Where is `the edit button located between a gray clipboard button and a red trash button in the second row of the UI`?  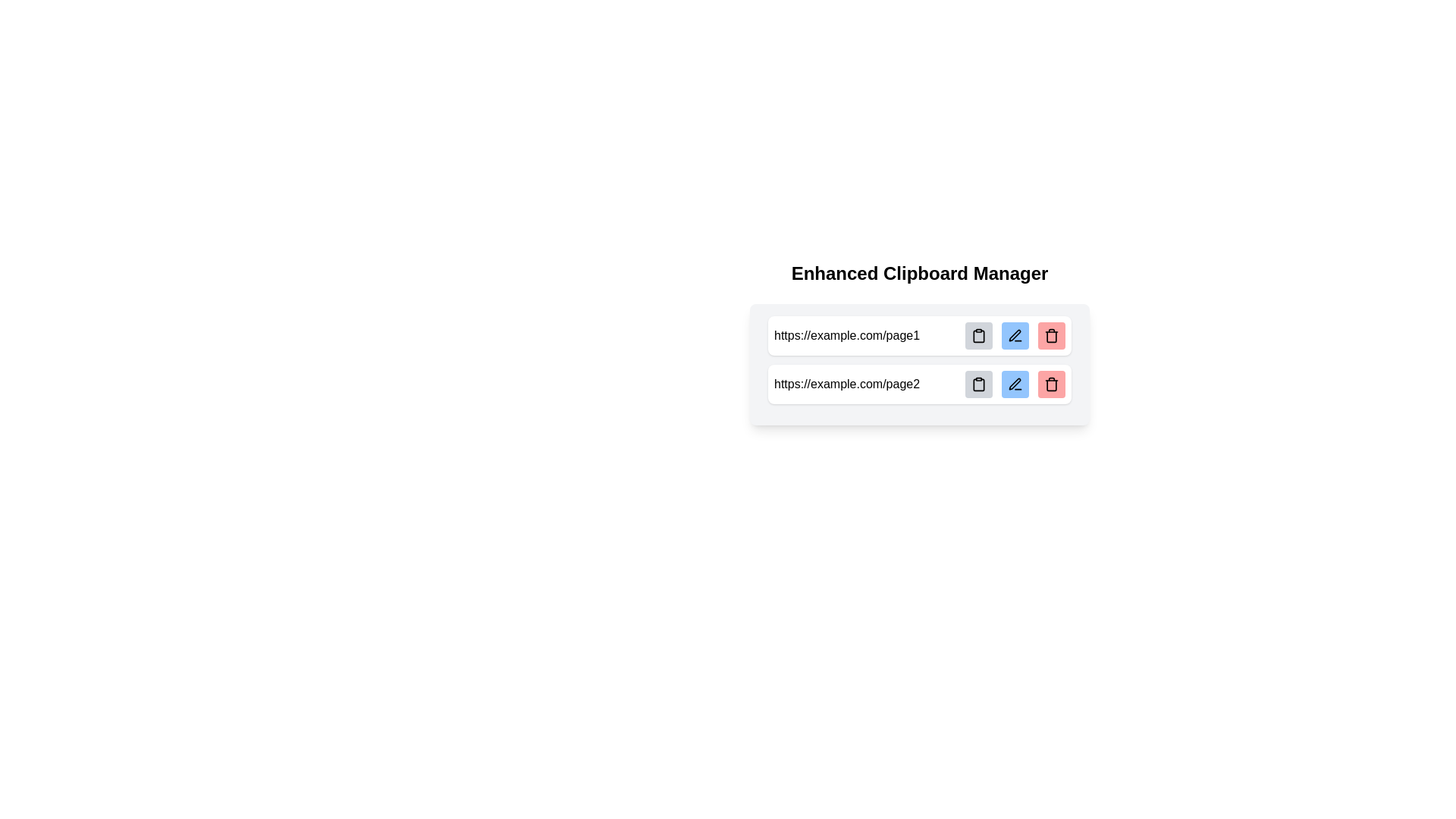 the edit button located between a gray clipboard button and a red trash button in the second row of the UI is located at coordinates (1015, 335).